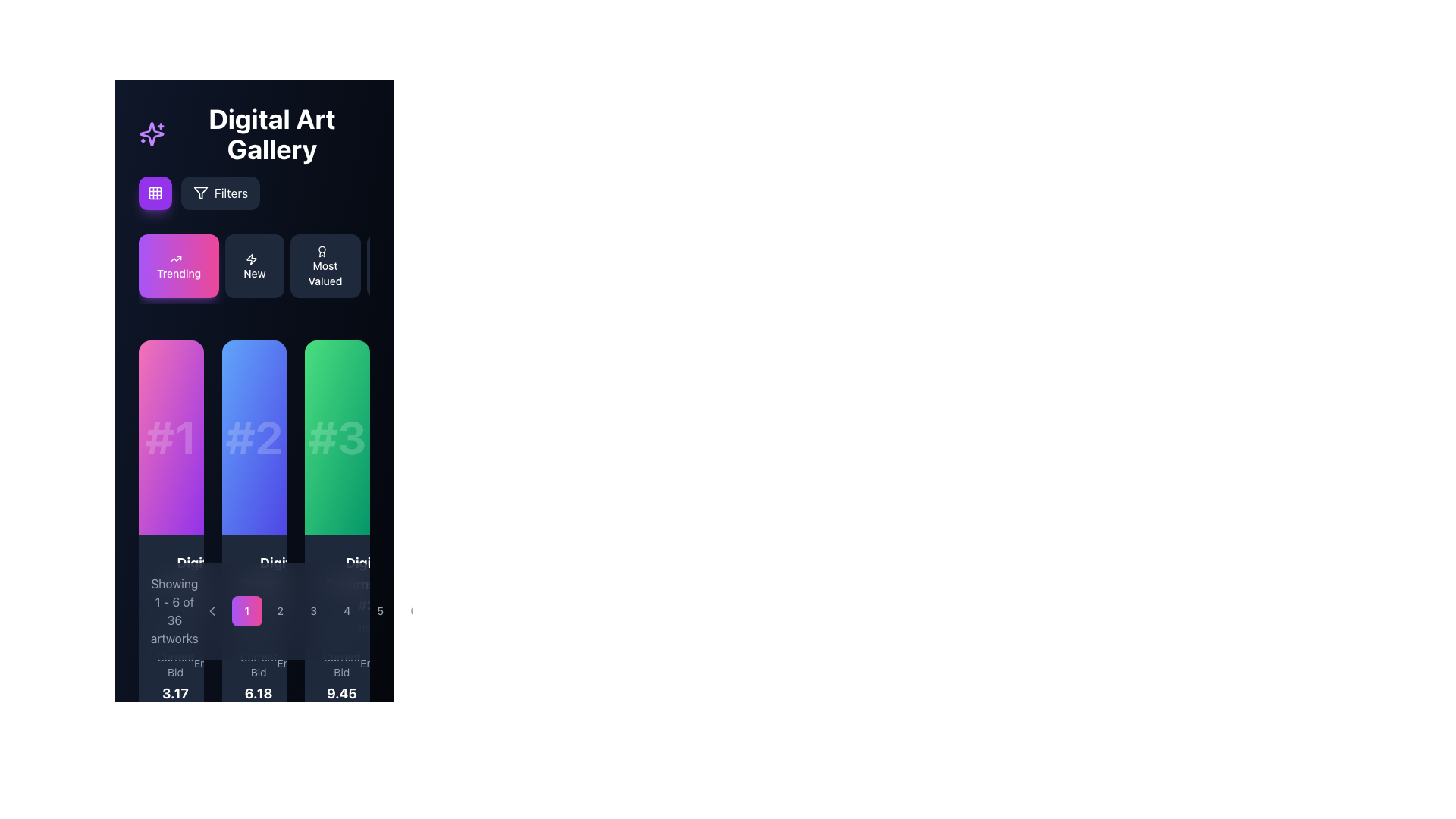 Image resolution: width=1456 pixels, height=819 pixels. What do you see at coordinates (340, 704) in the screenshot?
I see `the static text label displaying the current bid value located at the bottom-right corner of the item's section in the auction interface` at bounding box center [340, 704].